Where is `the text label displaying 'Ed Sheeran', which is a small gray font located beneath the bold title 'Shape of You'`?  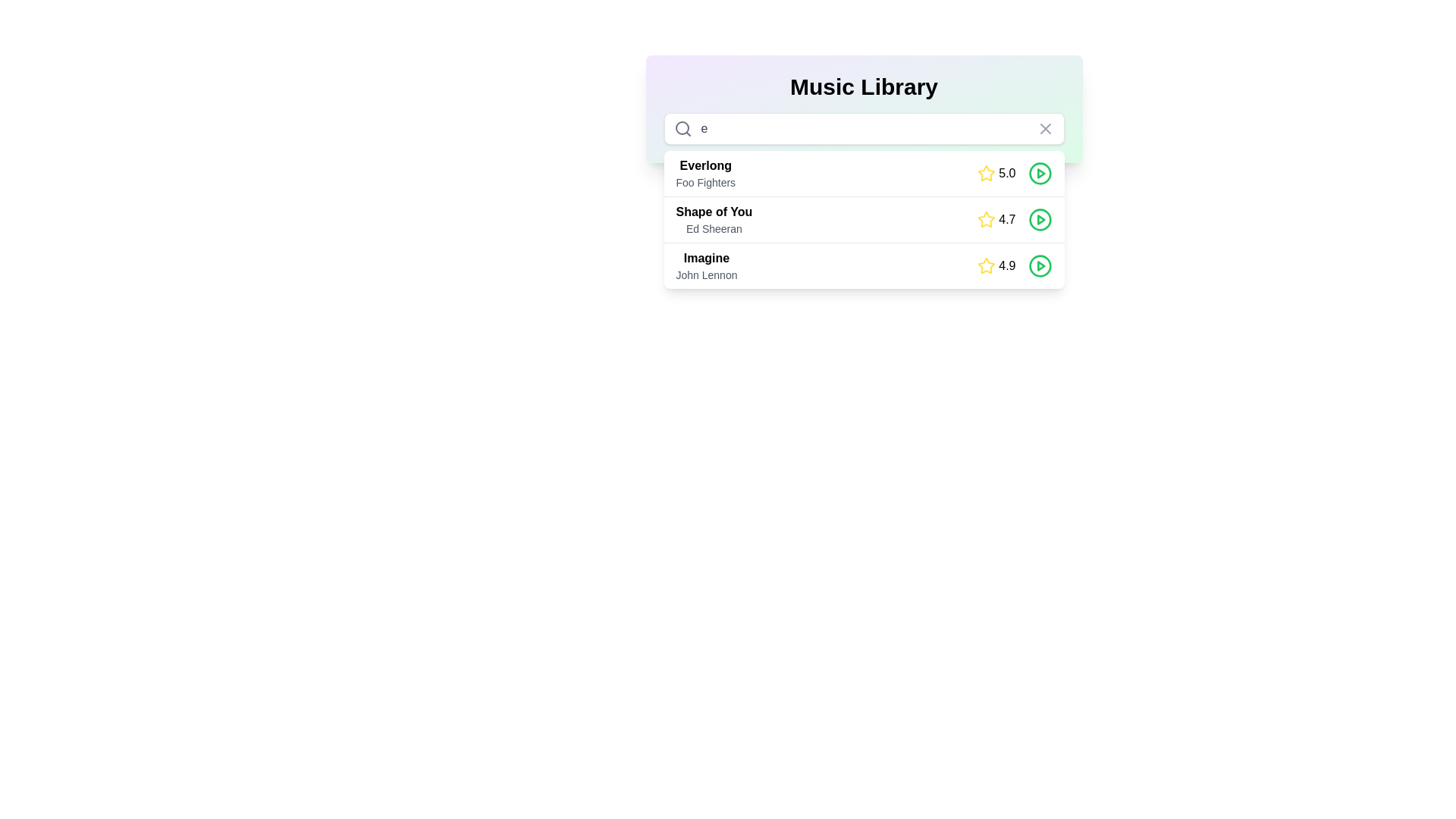
the text label displaying 'Ed Sheeran', which is a small gray font located beneath the bold title 'Shape of You' is located at coordinates (713, 228).